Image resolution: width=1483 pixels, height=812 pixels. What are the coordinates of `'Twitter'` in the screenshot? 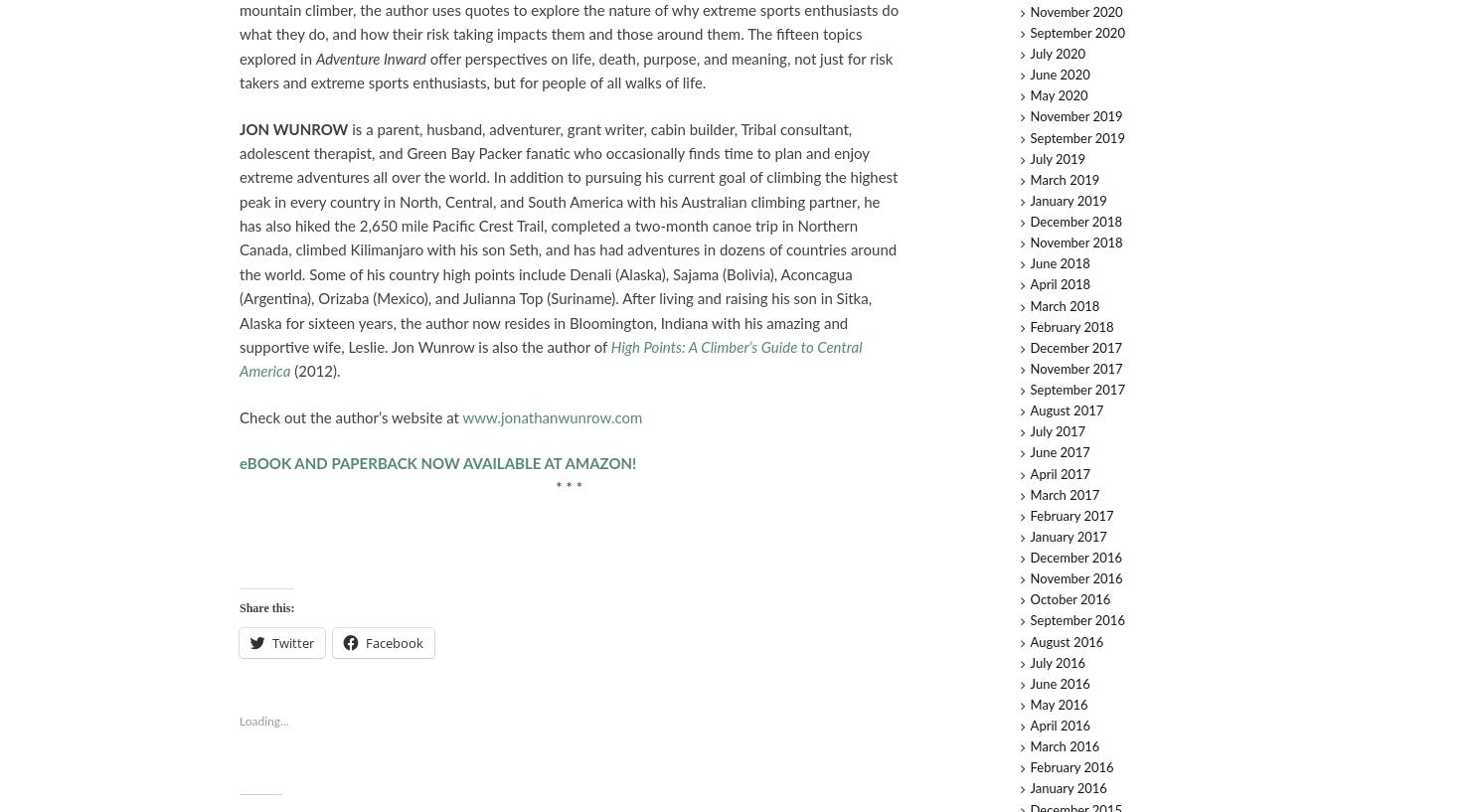 It's located at (270, 642).